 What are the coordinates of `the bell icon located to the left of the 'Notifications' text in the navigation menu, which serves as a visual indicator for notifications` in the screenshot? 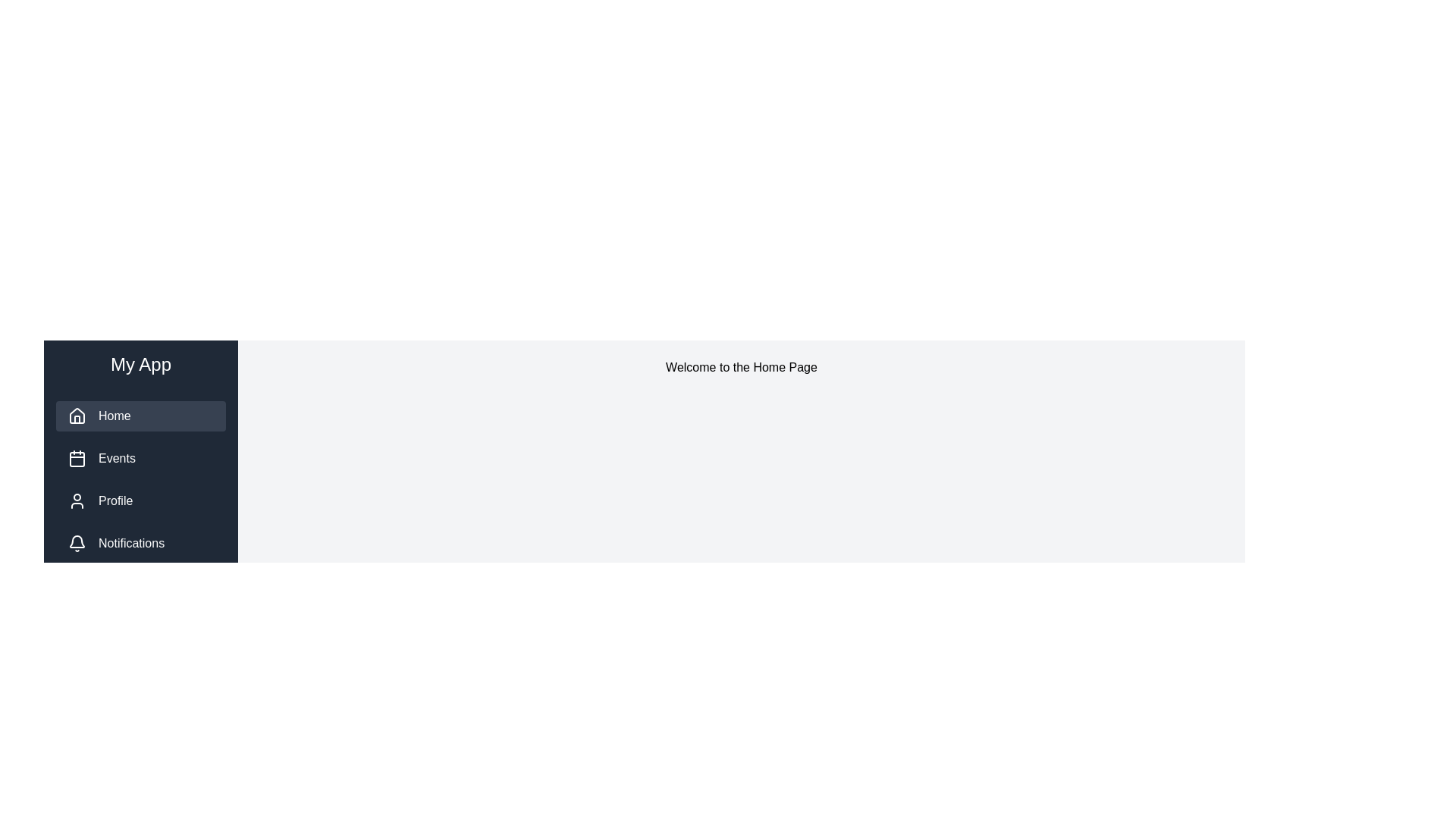 It's located at (76, 543).